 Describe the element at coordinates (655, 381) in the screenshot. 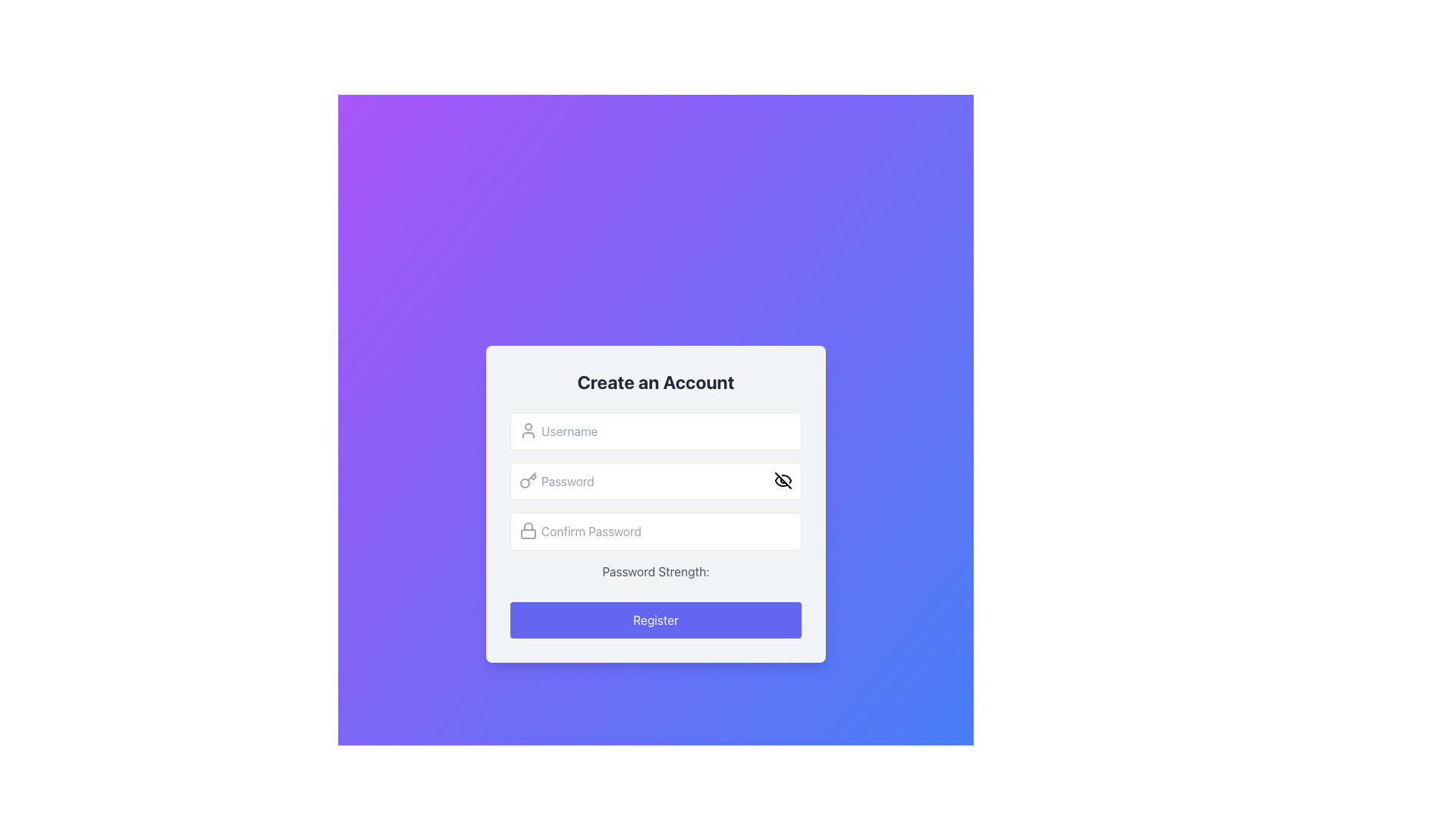

I see `the text header displaying 'Create an Account', which is styled in bold and large font on a light gray background, positioned at the top of the form component` at that location.